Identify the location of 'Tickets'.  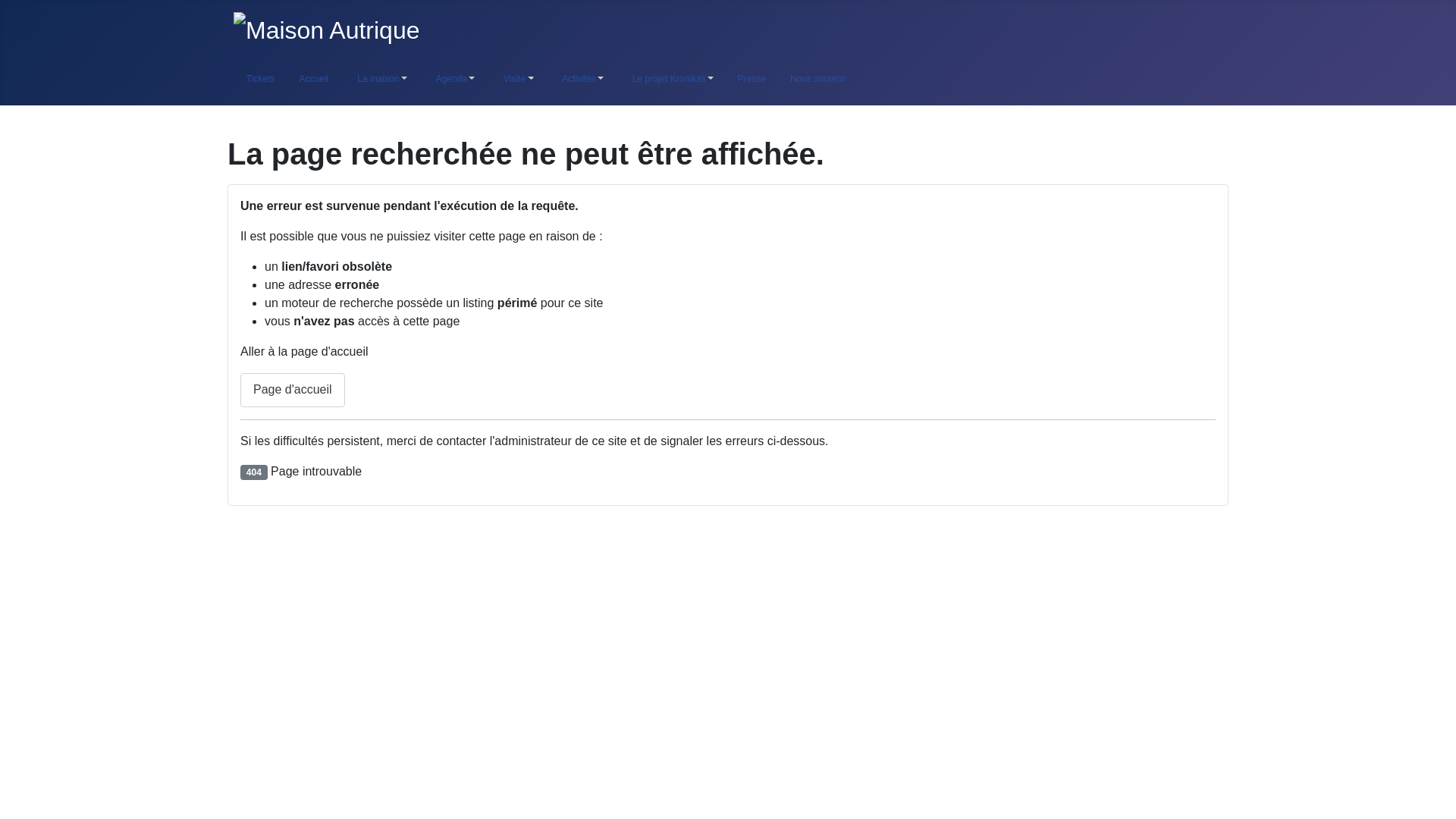
(259, 79).